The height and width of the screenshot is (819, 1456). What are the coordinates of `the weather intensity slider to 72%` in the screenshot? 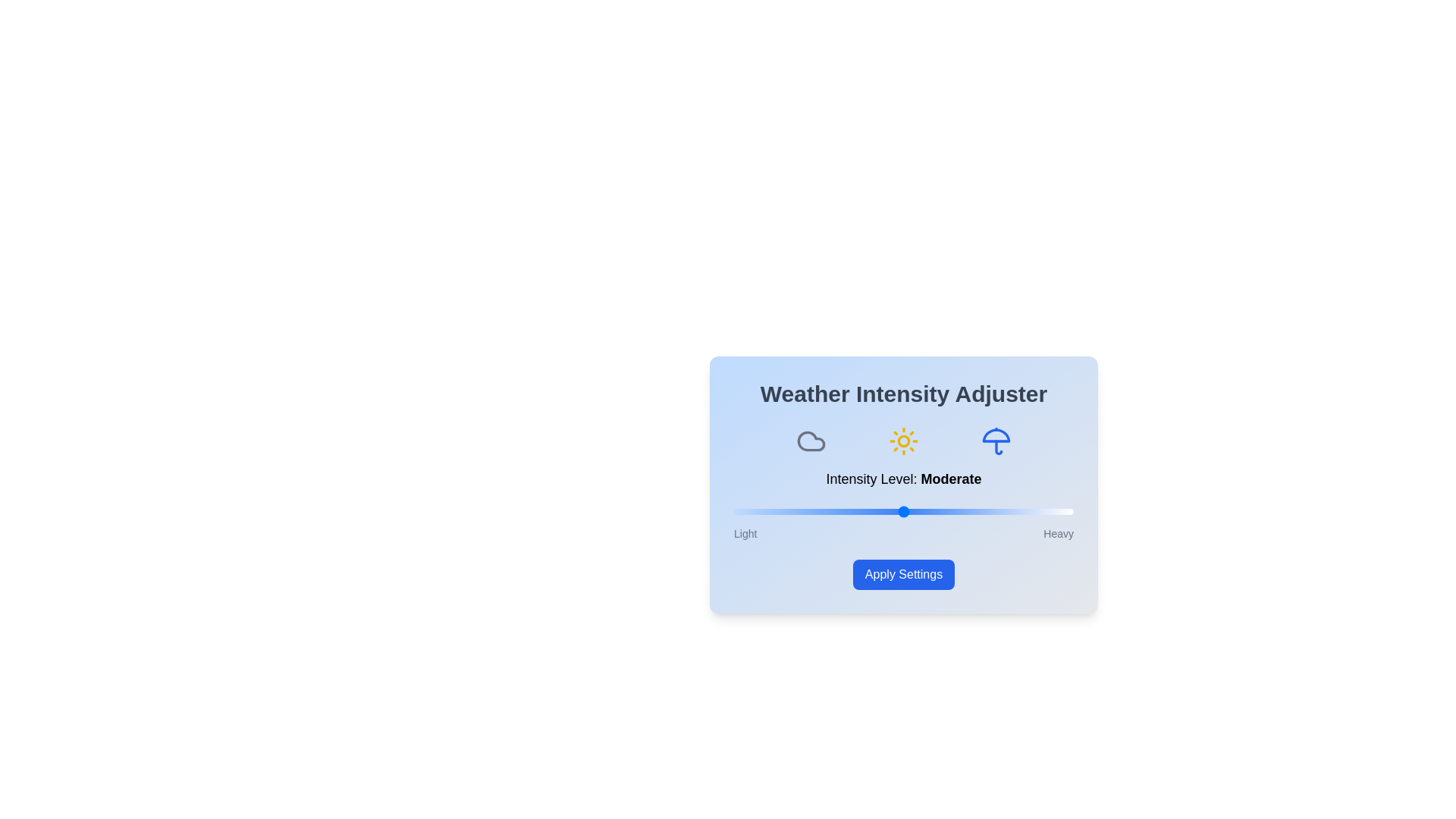 It's located at (978, 512).